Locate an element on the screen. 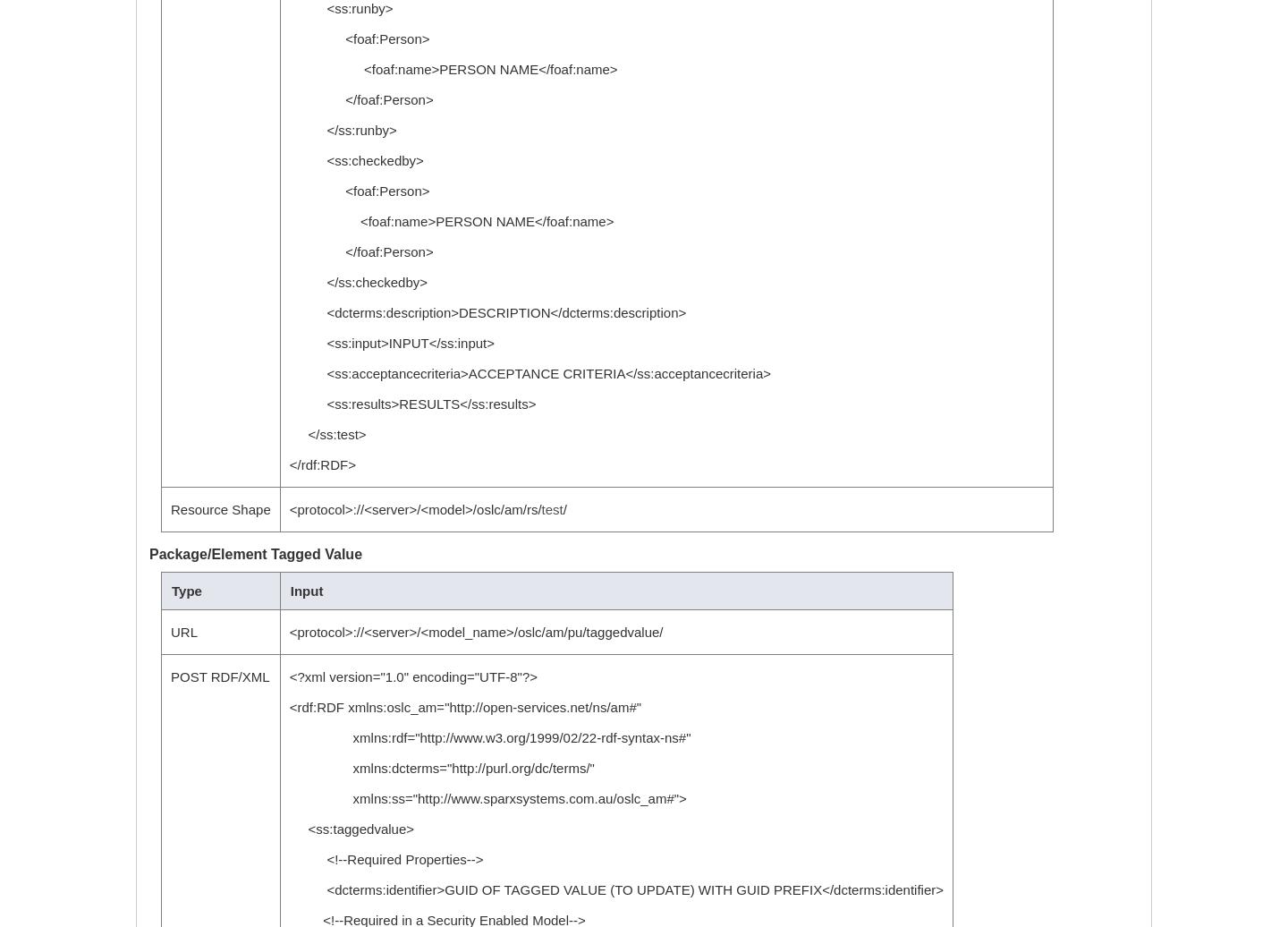  '<ss:runby>' is located at coordinates (340, 8).